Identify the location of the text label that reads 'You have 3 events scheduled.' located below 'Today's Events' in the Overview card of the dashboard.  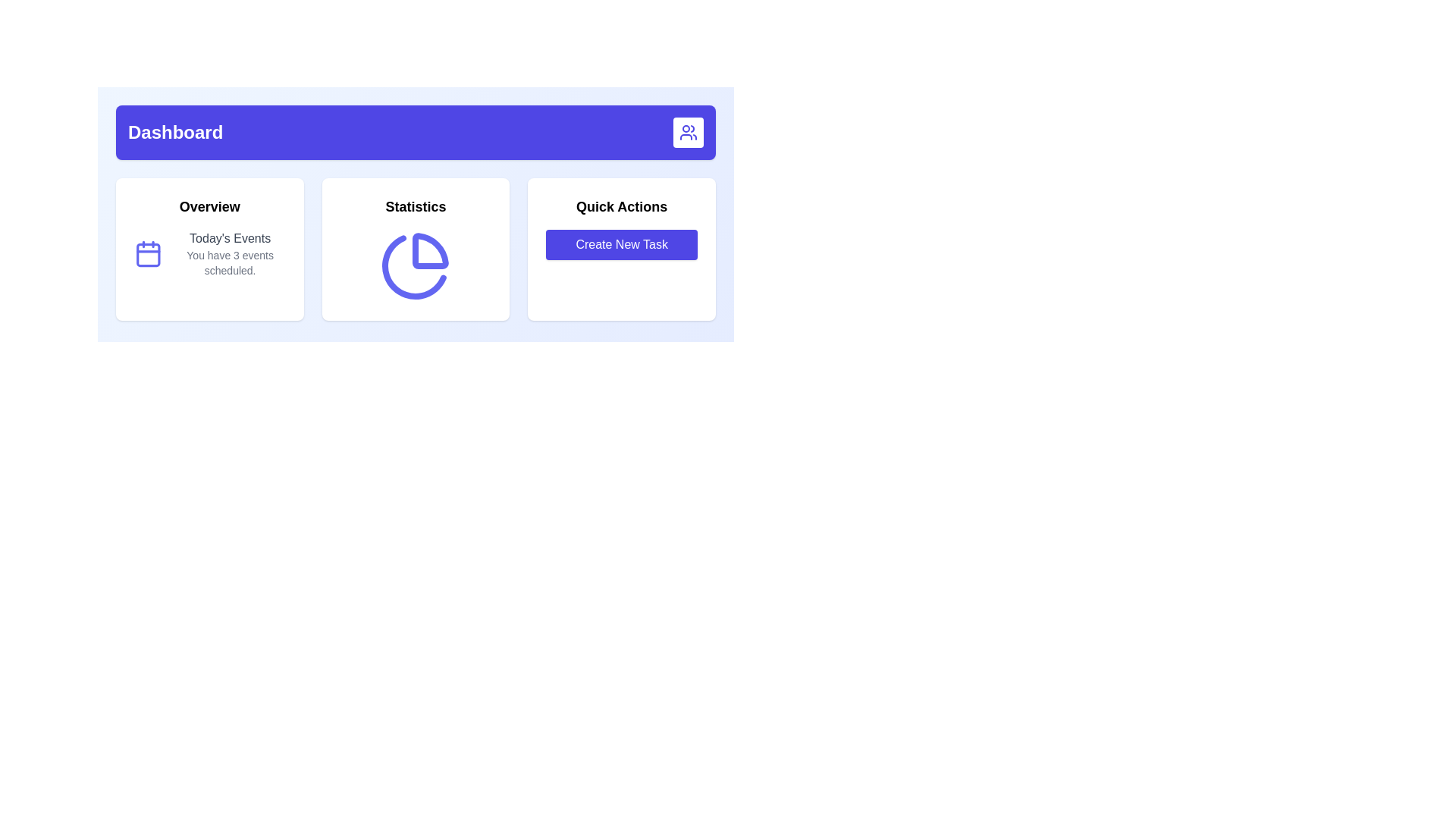
(229, 262).